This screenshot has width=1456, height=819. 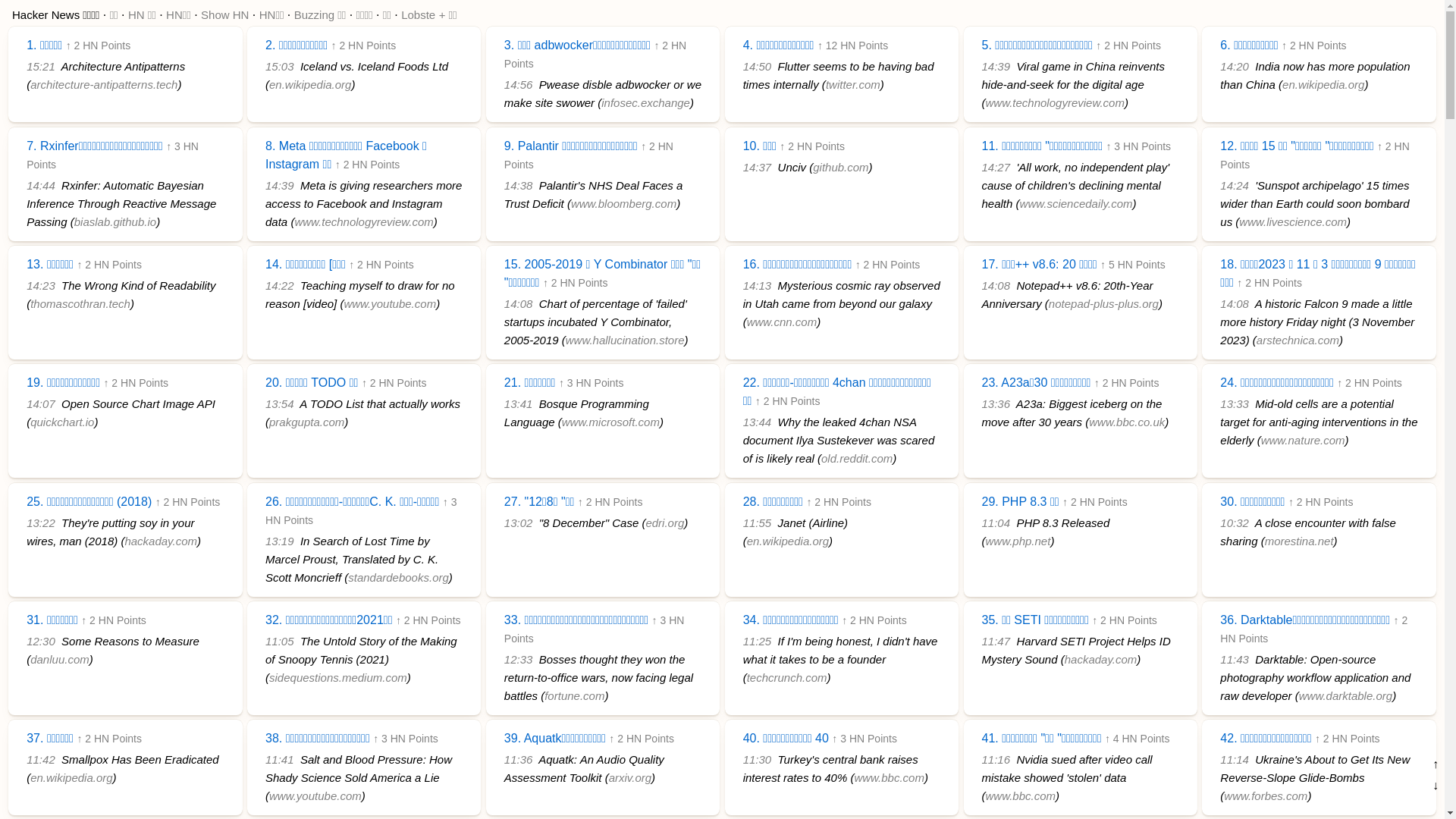 What do you see at coordinates (1260, 440) in the screenshot?
I see `'www.nature.com'` at bounding box center [1260, 440].